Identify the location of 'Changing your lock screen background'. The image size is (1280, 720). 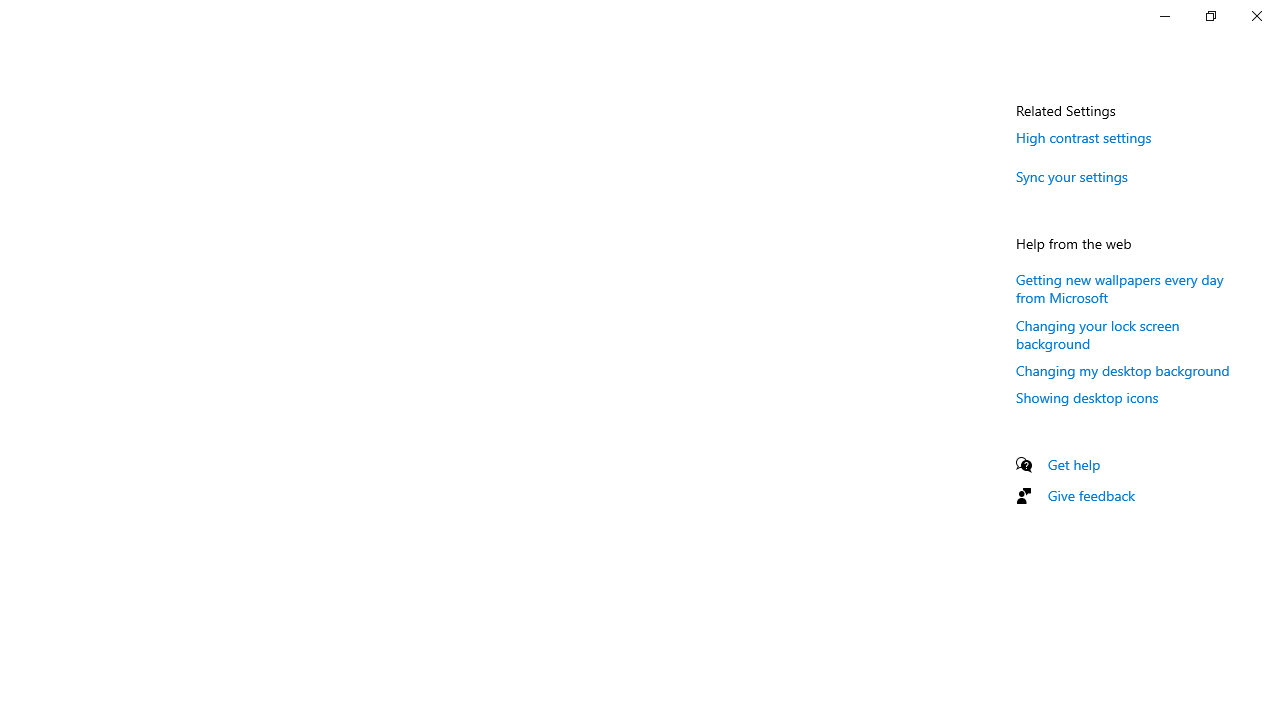
(1097, 333).